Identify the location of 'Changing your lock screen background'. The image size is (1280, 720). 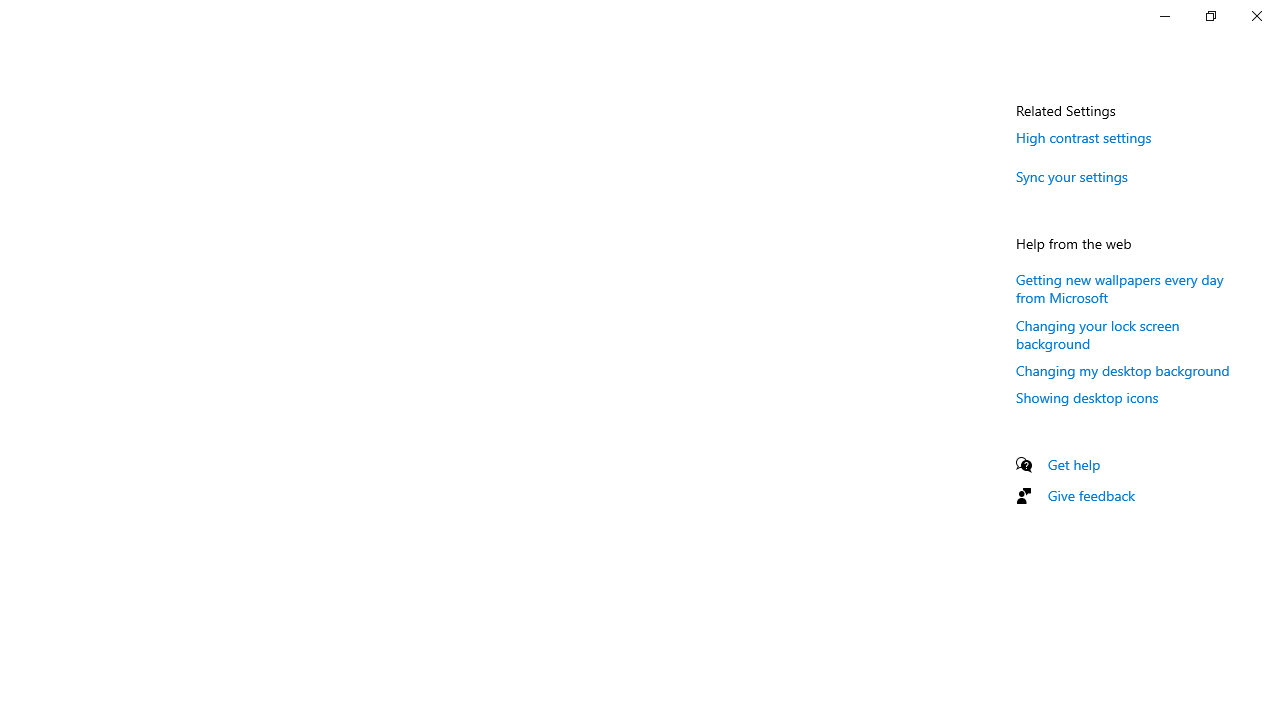
(1097, 333).